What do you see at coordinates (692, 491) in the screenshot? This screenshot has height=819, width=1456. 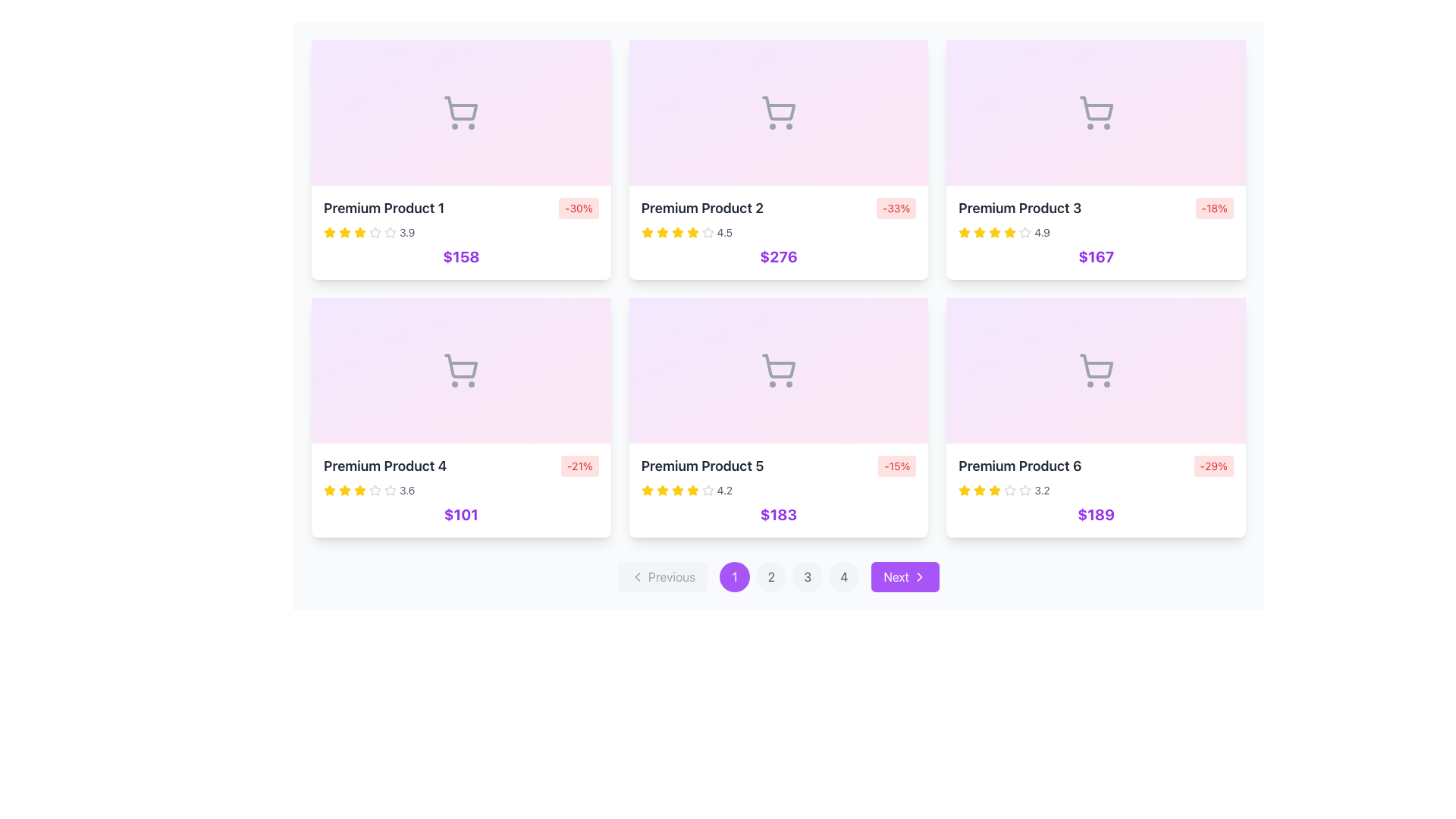 I see `the fifth star icon in the rating system under 'Premium Product 5' to indicate the highest rating visually` at bounding box center [692, 491].